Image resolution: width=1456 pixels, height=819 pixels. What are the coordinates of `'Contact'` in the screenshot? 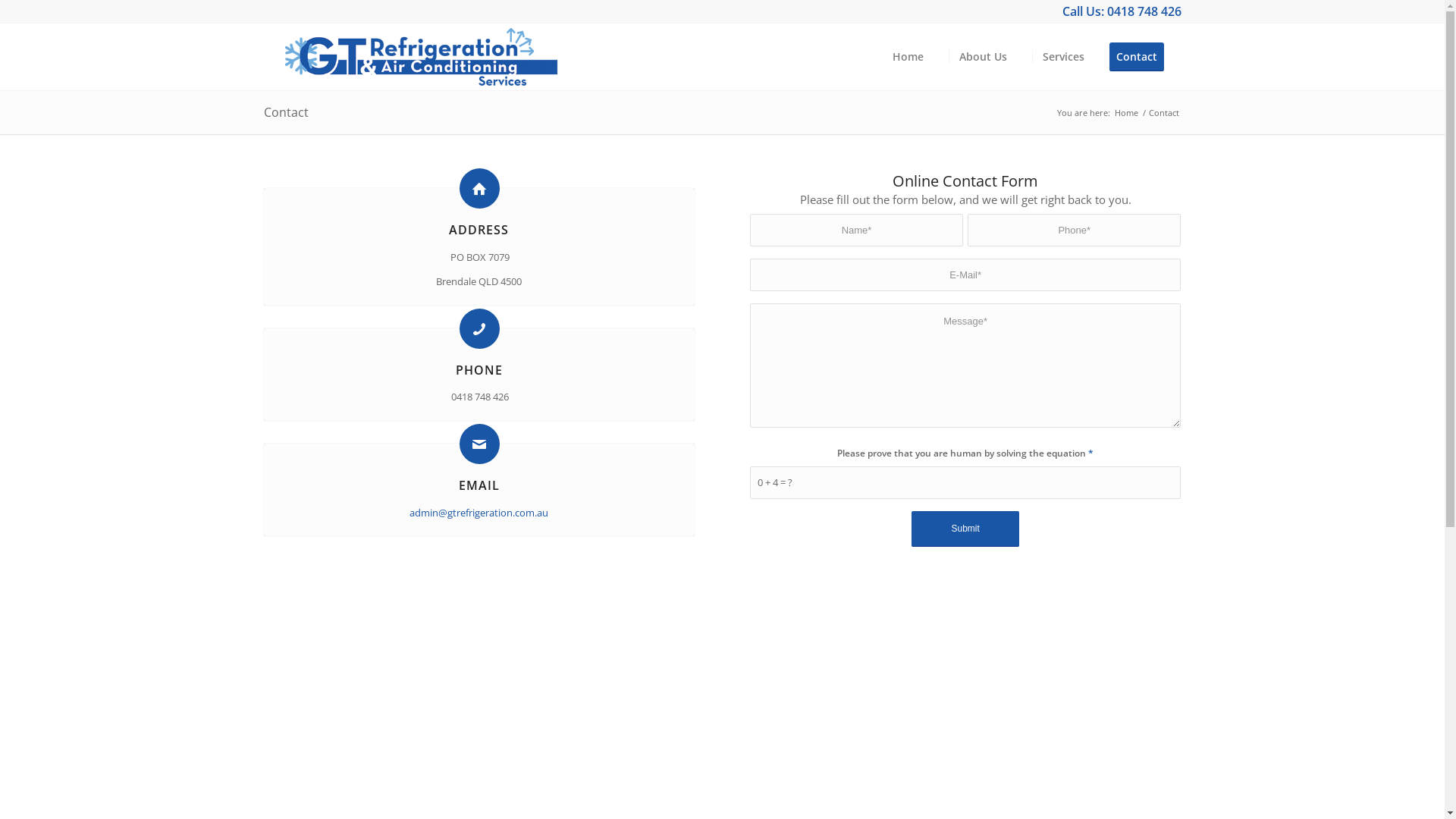 It's located at (1141, 55).